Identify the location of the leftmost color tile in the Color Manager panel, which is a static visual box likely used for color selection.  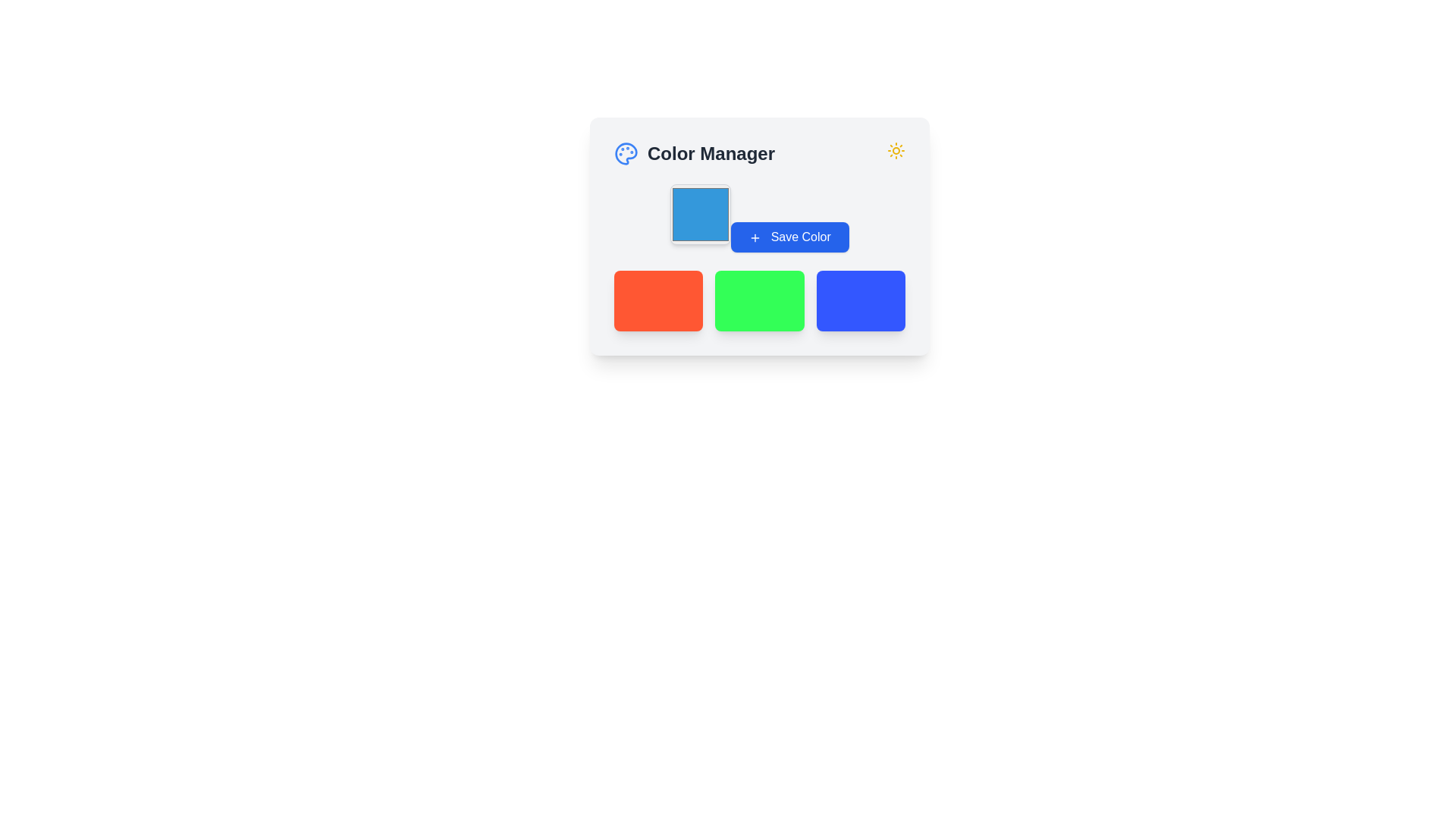
(658, 301).